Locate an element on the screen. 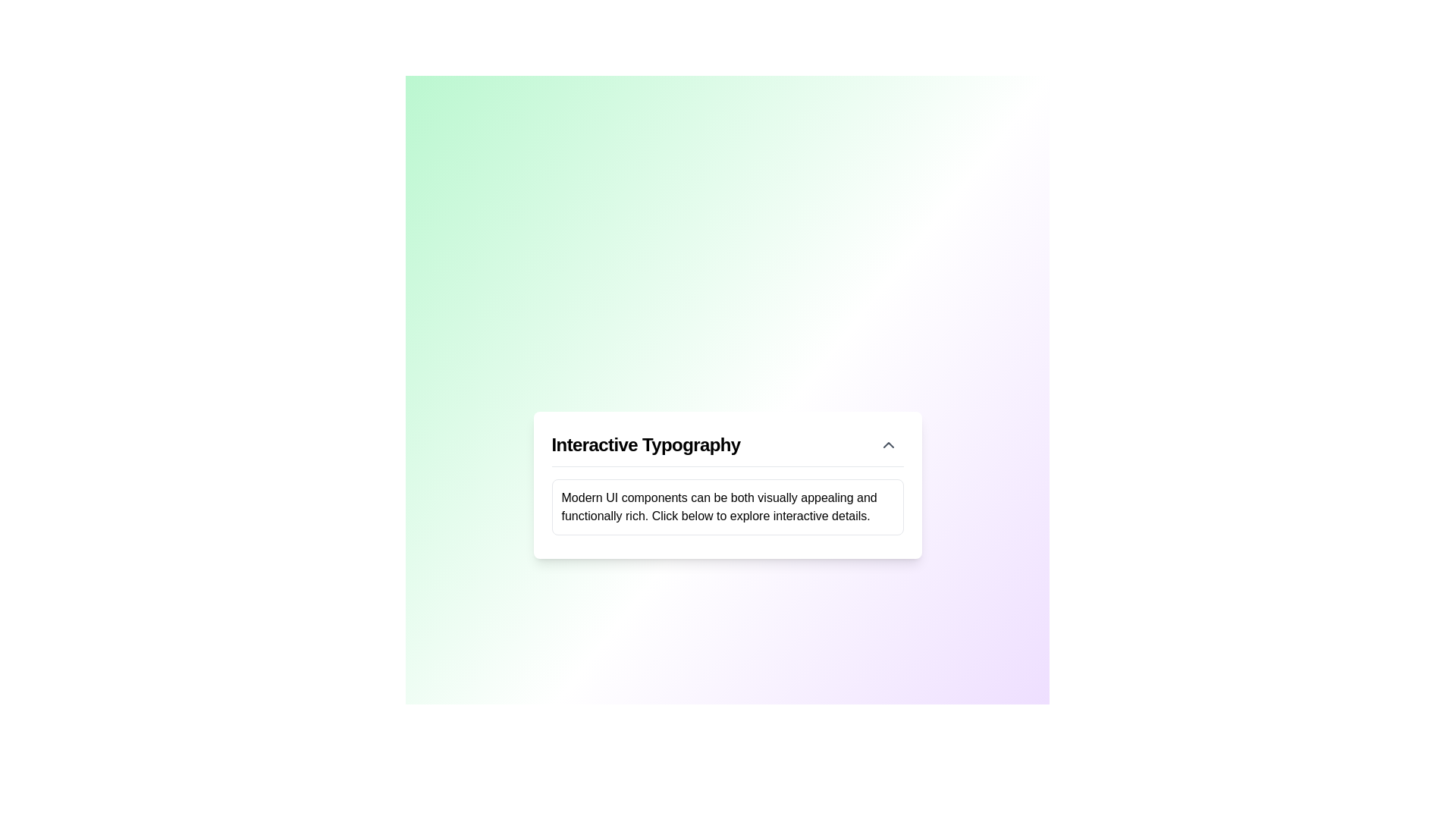  the upward-pointing chevron icon located in the top-right corner of the card component is located at coordinates (888, 444).